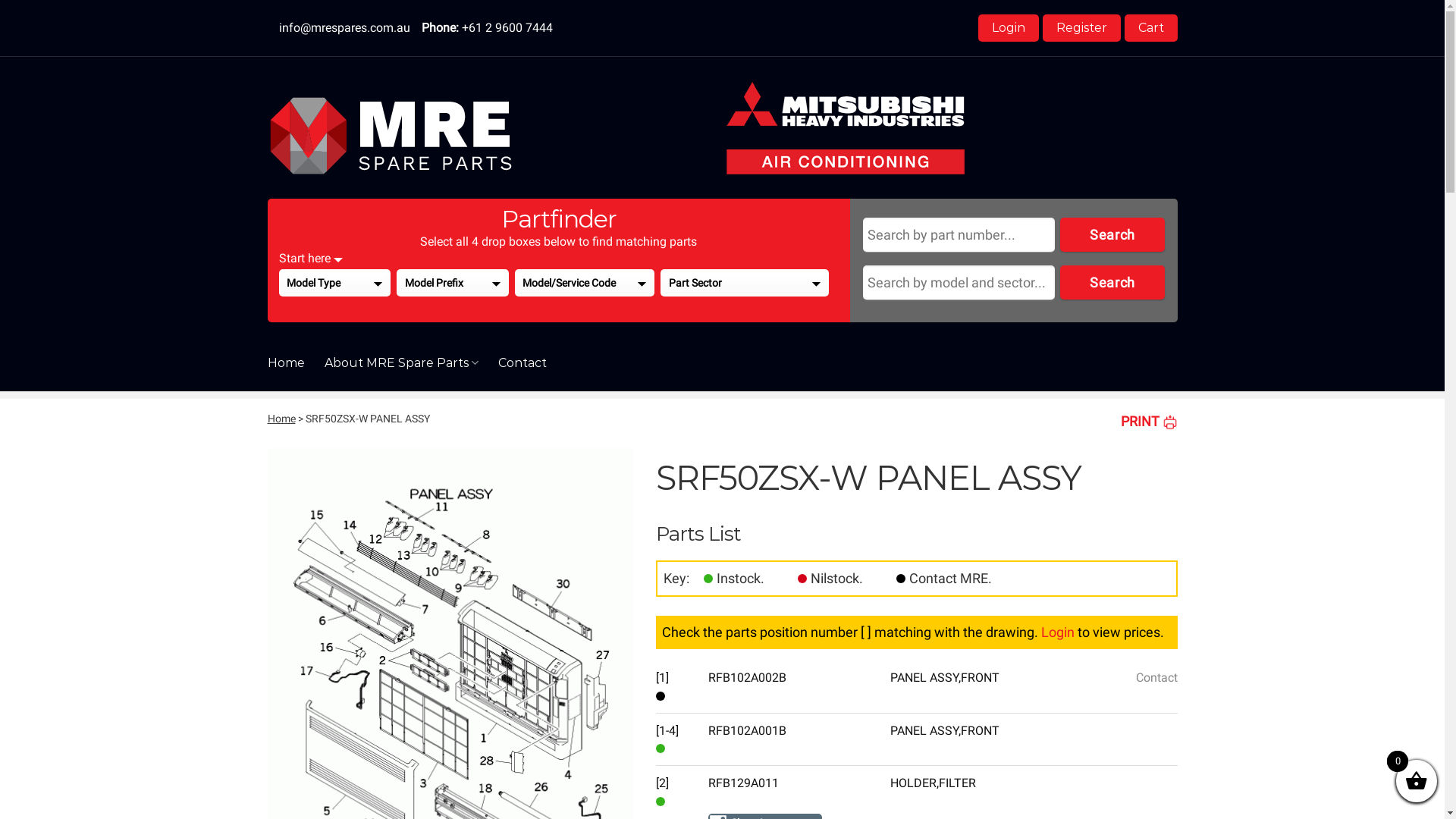  Describe the element at coordinates (896, 579) in the screenshot. I see `'Contact'` at that location.